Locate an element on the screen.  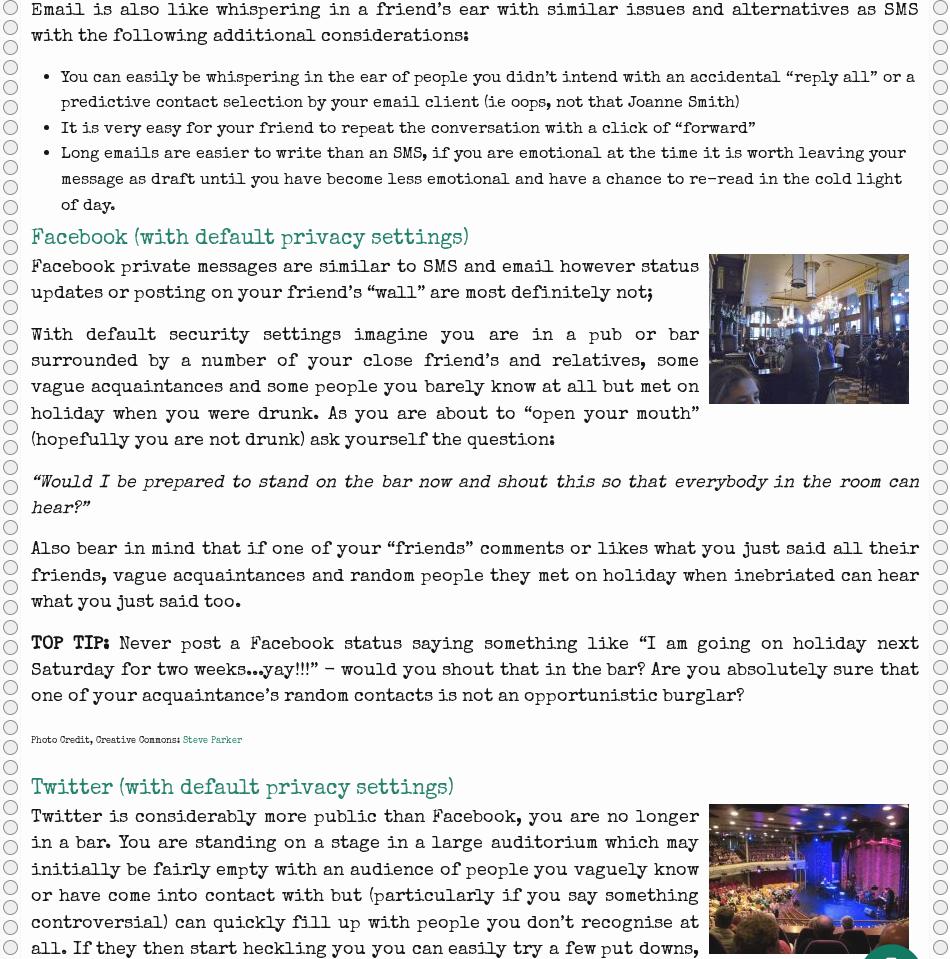
'Never post a Facebook status saying something like “I am going on holiday next Saturday for two weeks...yay!!!” - would you shout that in the bar? Are you absolutely sure that one of your acquaintance’s random contacts is not an opportunistic burglar?' is located at coordinates (475, 668).